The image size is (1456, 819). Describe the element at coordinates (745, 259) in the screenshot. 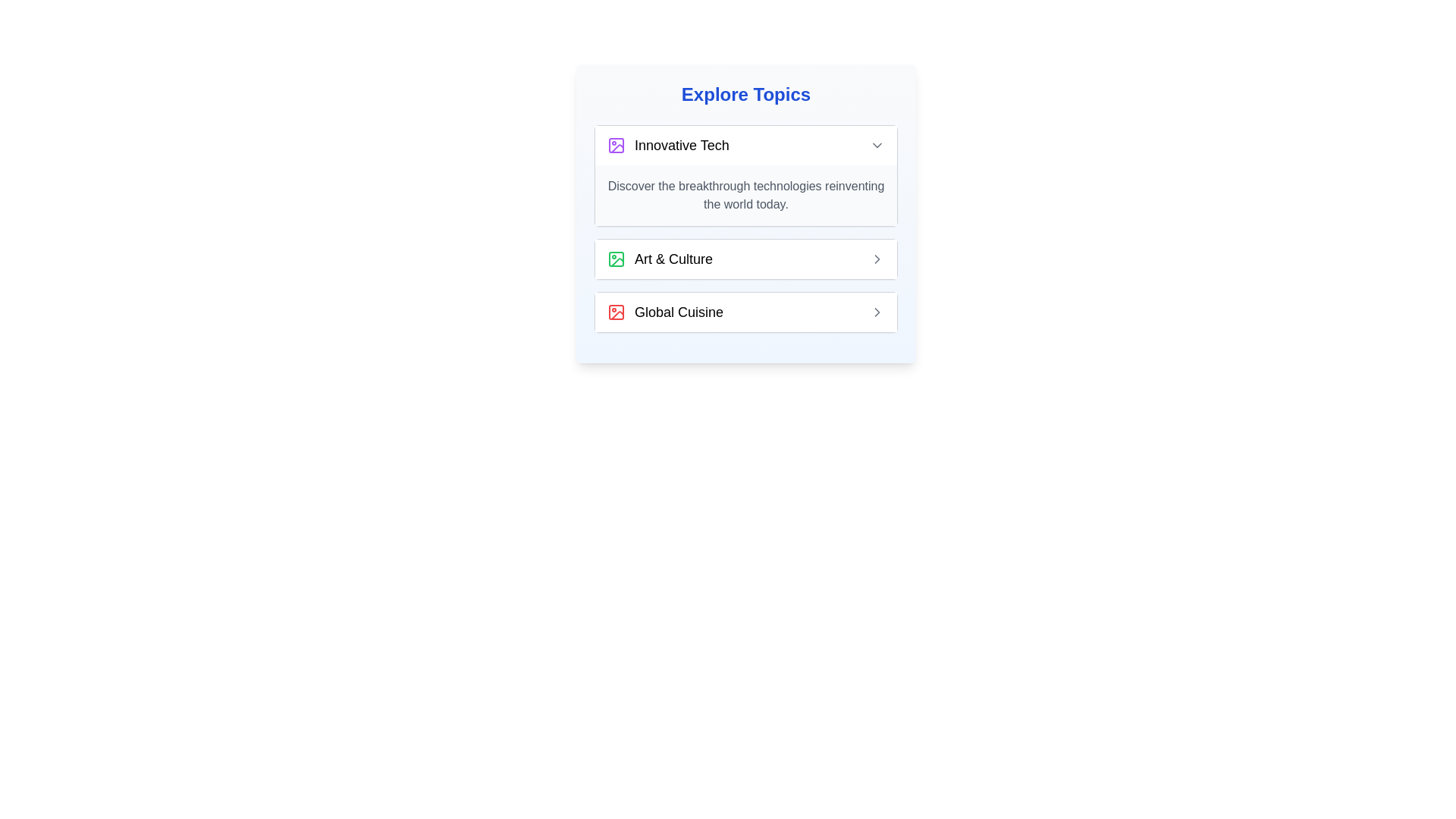

I see `the 'Art & Culture' button located in the middle of the 'Explore Topics' panel, which is the second selectable option between 'Innovative Tech' and 'Global Cuisine'` at that location.